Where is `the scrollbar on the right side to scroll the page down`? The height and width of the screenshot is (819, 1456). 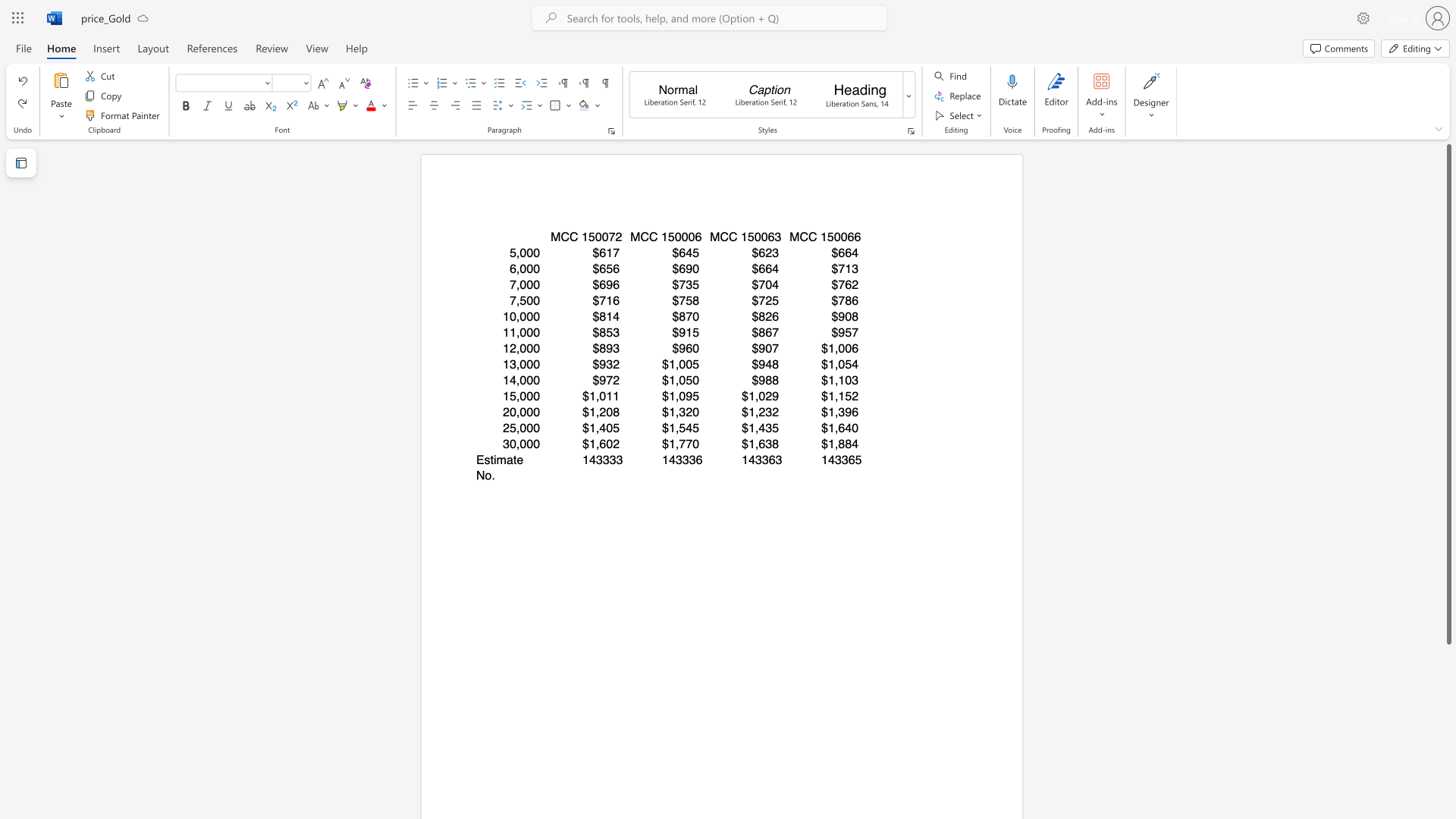 the scrollbar on the right side to scroll the page down is located at coordinates (1448, 810).